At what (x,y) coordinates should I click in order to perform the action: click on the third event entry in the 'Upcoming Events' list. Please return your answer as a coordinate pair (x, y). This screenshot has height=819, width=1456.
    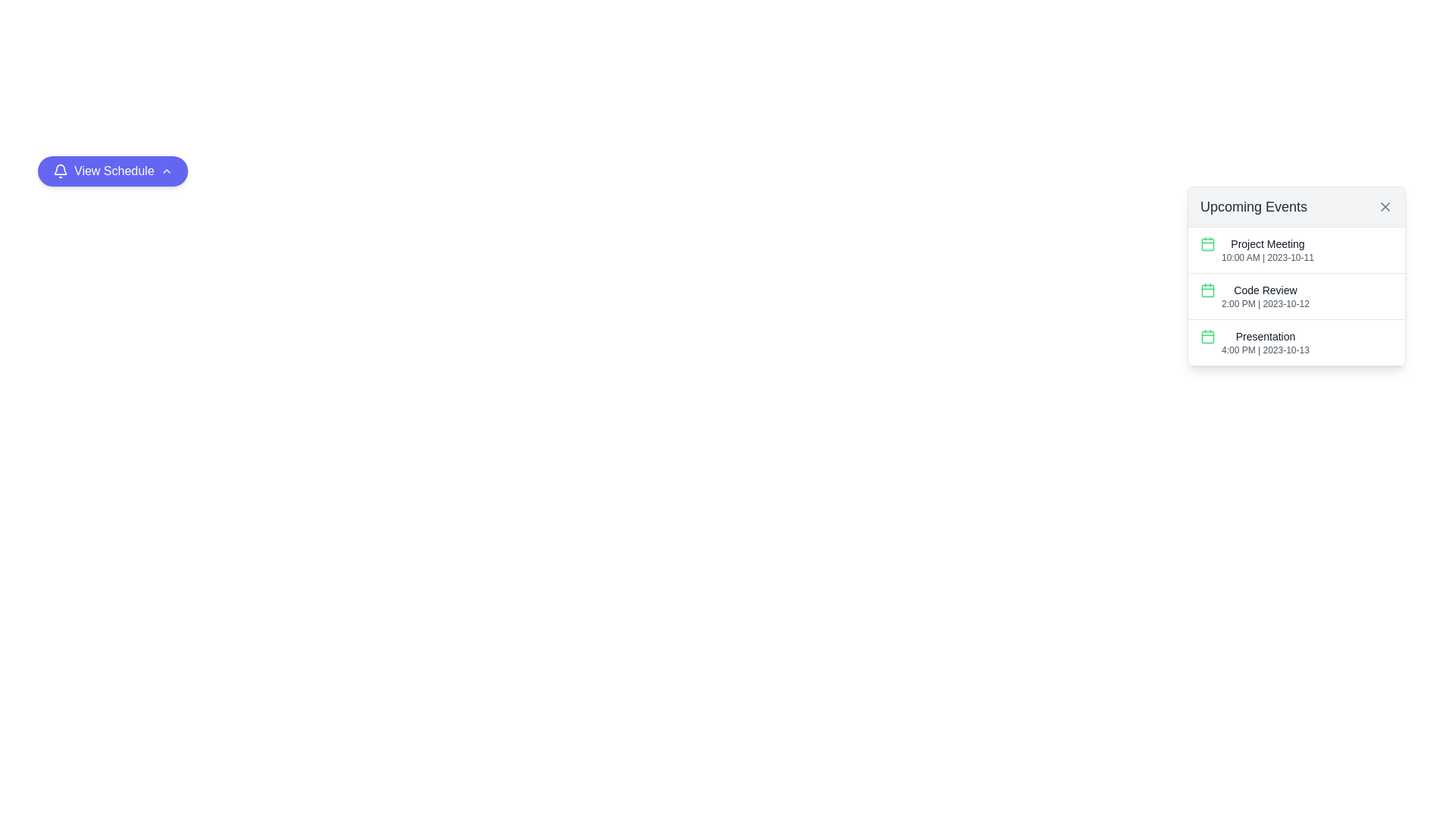
    Looking at the image, I should click on (1265, 342).